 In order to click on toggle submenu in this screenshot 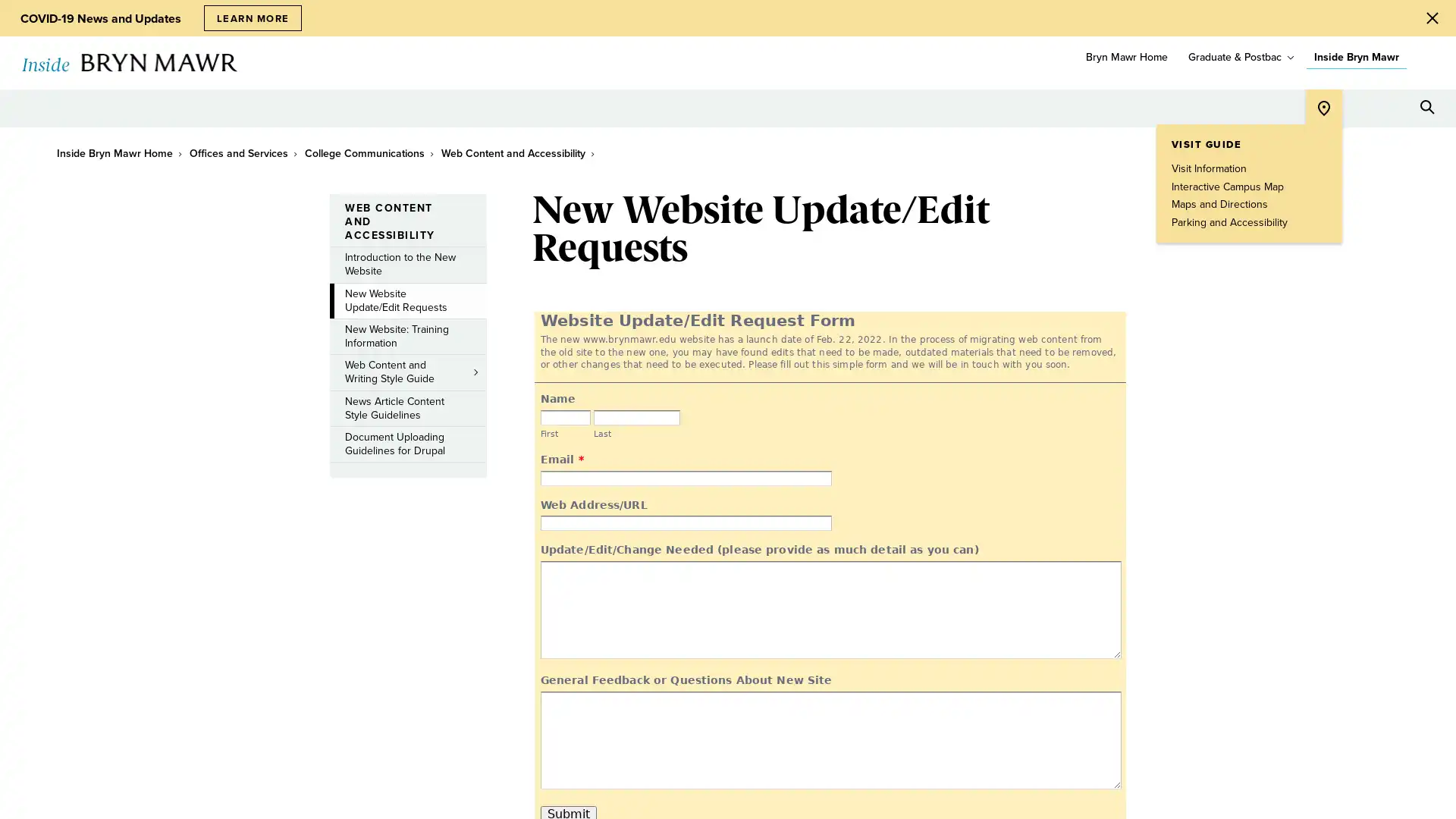, I will do `click(331, 99)`.